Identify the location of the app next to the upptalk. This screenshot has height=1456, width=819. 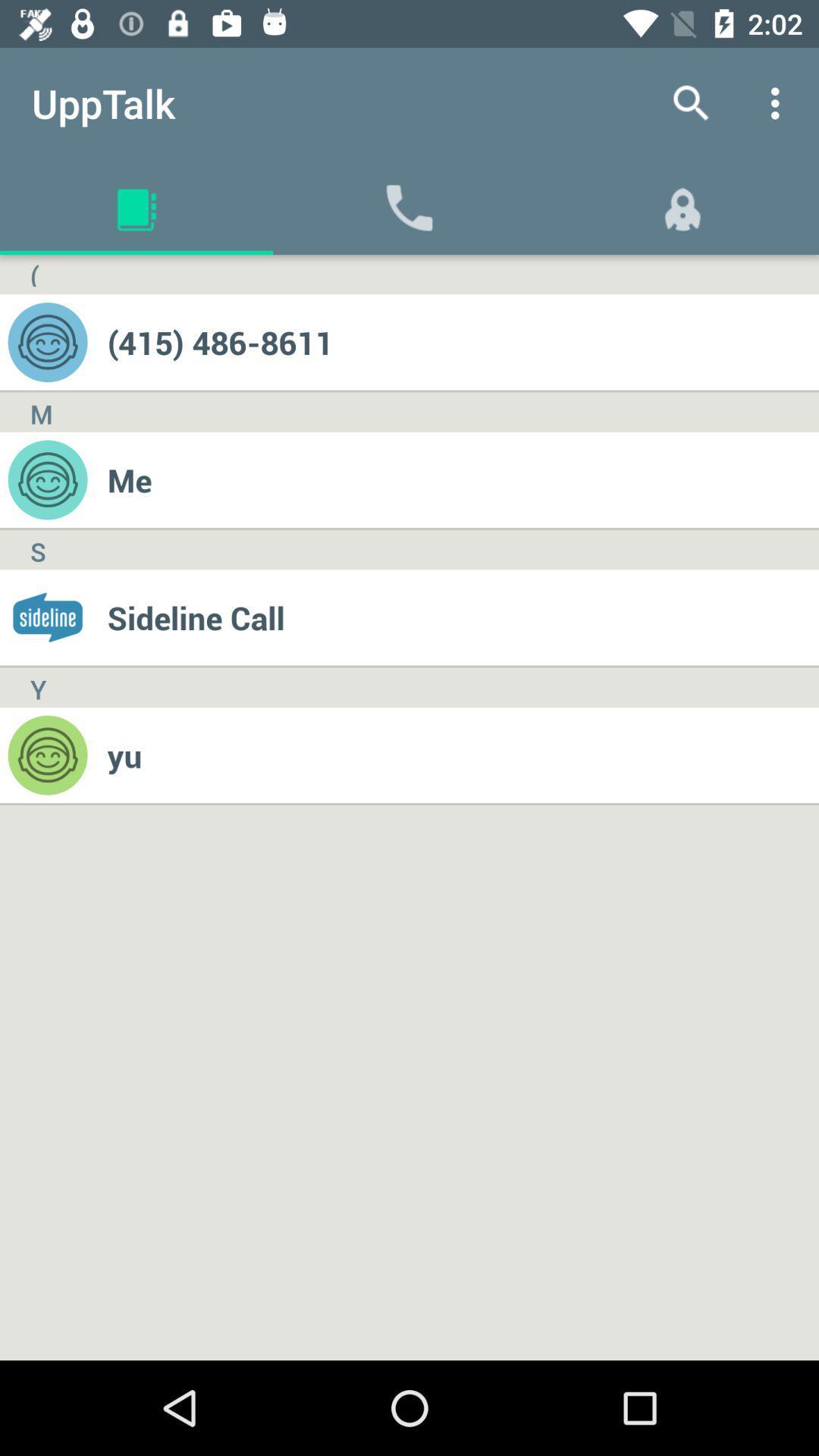
(691, 102).